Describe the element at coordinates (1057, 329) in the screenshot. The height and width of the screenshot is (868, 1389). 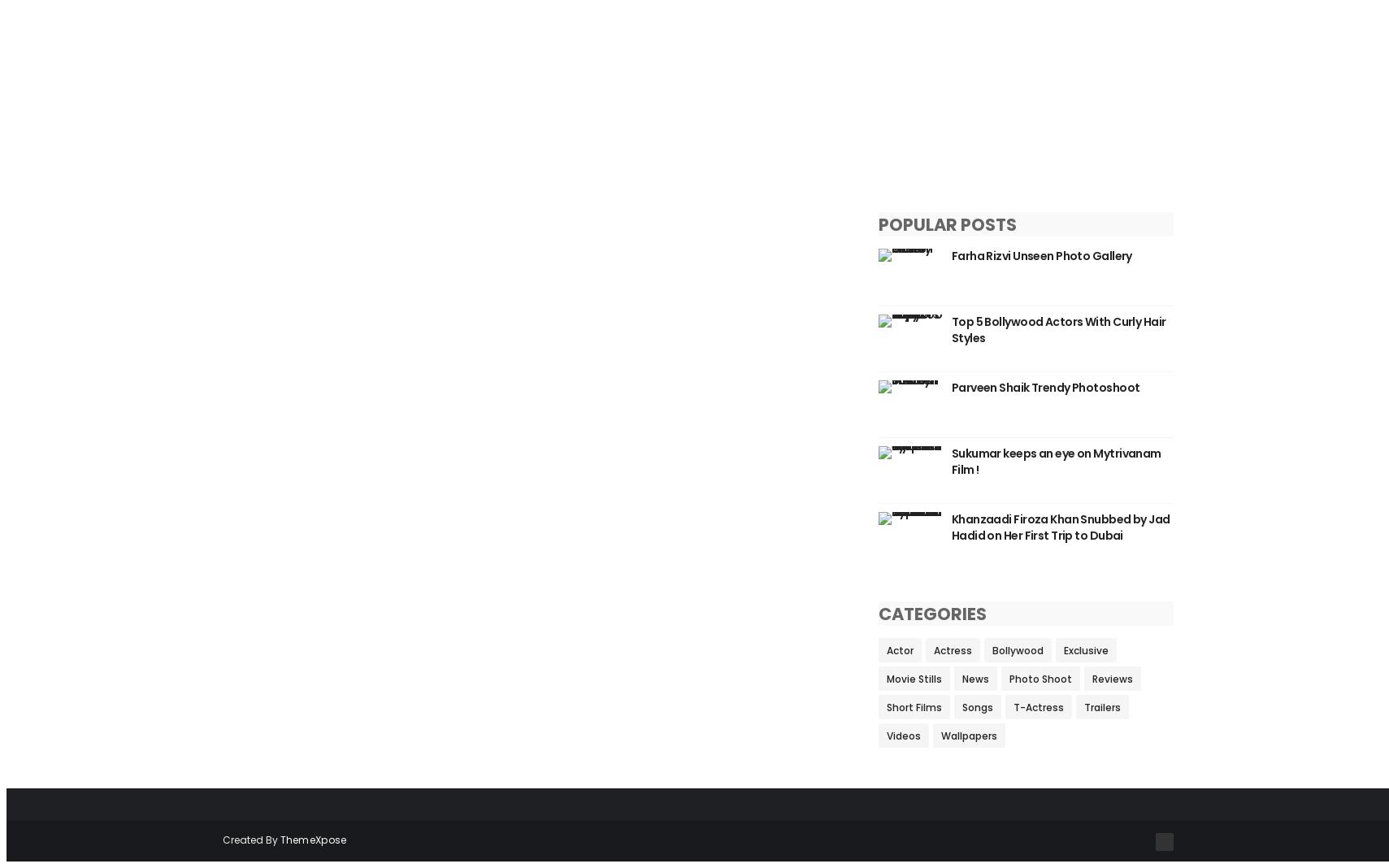
I see `'Top 5 Bollywood Actors With Curly Hair Styles'` at that location.